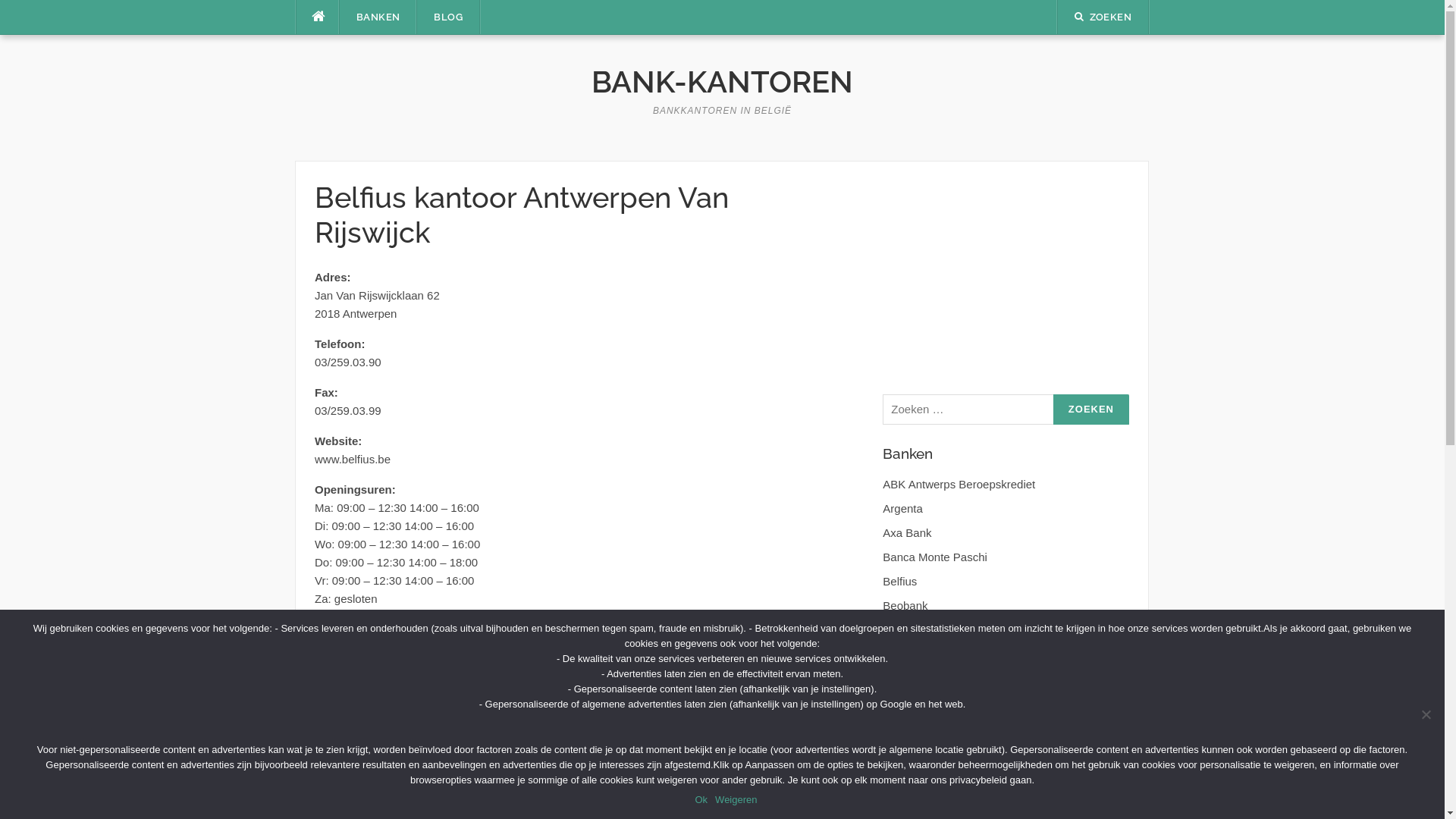 The width and height of the screenshot is (1456, 819). Describe the element at coordinates (910, 677) in the screenshot. I see `'bpost bank'` at that location.